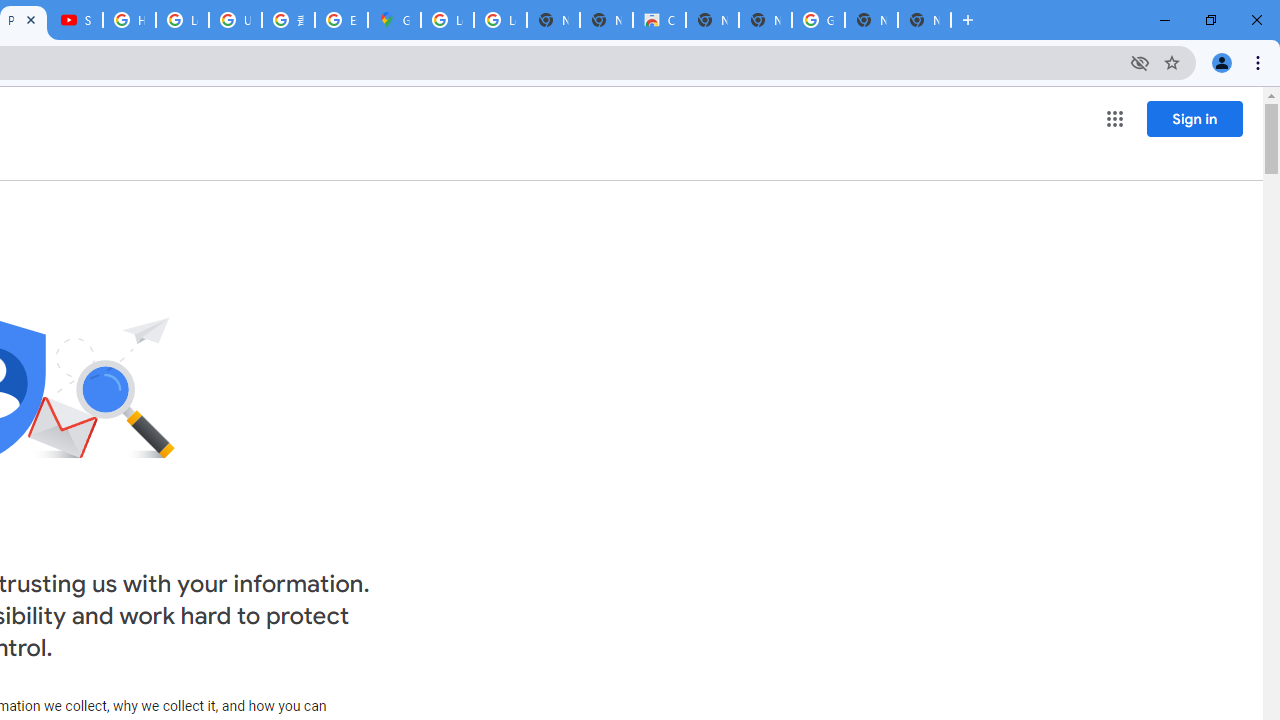 Image resolution: width=1280 pixels, height=720 pixels. I want to click on 'Explore new street-level details - Google Maps Help', so click(341, 20).